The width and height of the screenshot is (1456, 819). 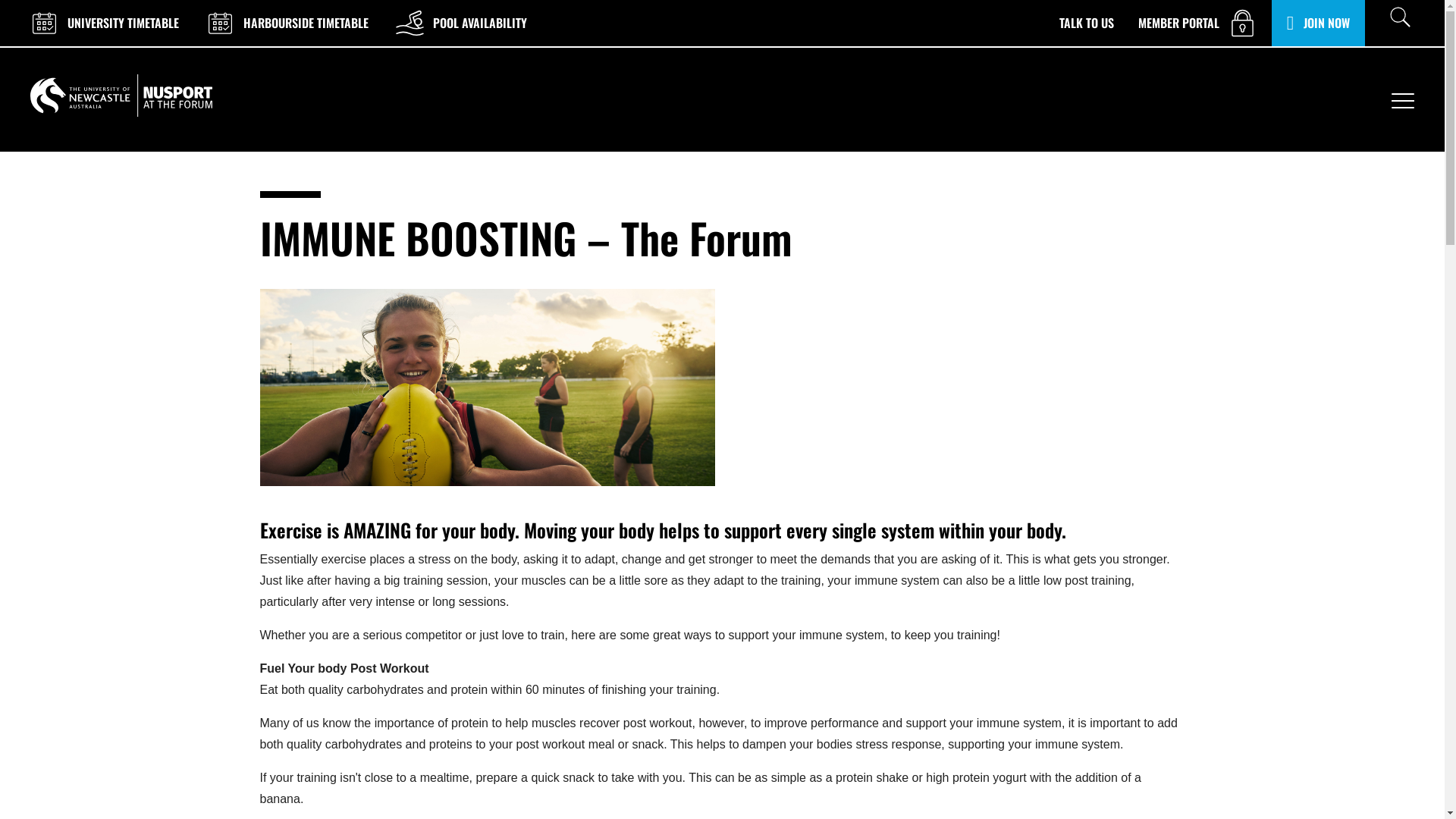 What do you see at coordinates (1197, 23) in the screenshot?
I see `'MEMBER PORTAL'` at bounding box center [1197, 23].